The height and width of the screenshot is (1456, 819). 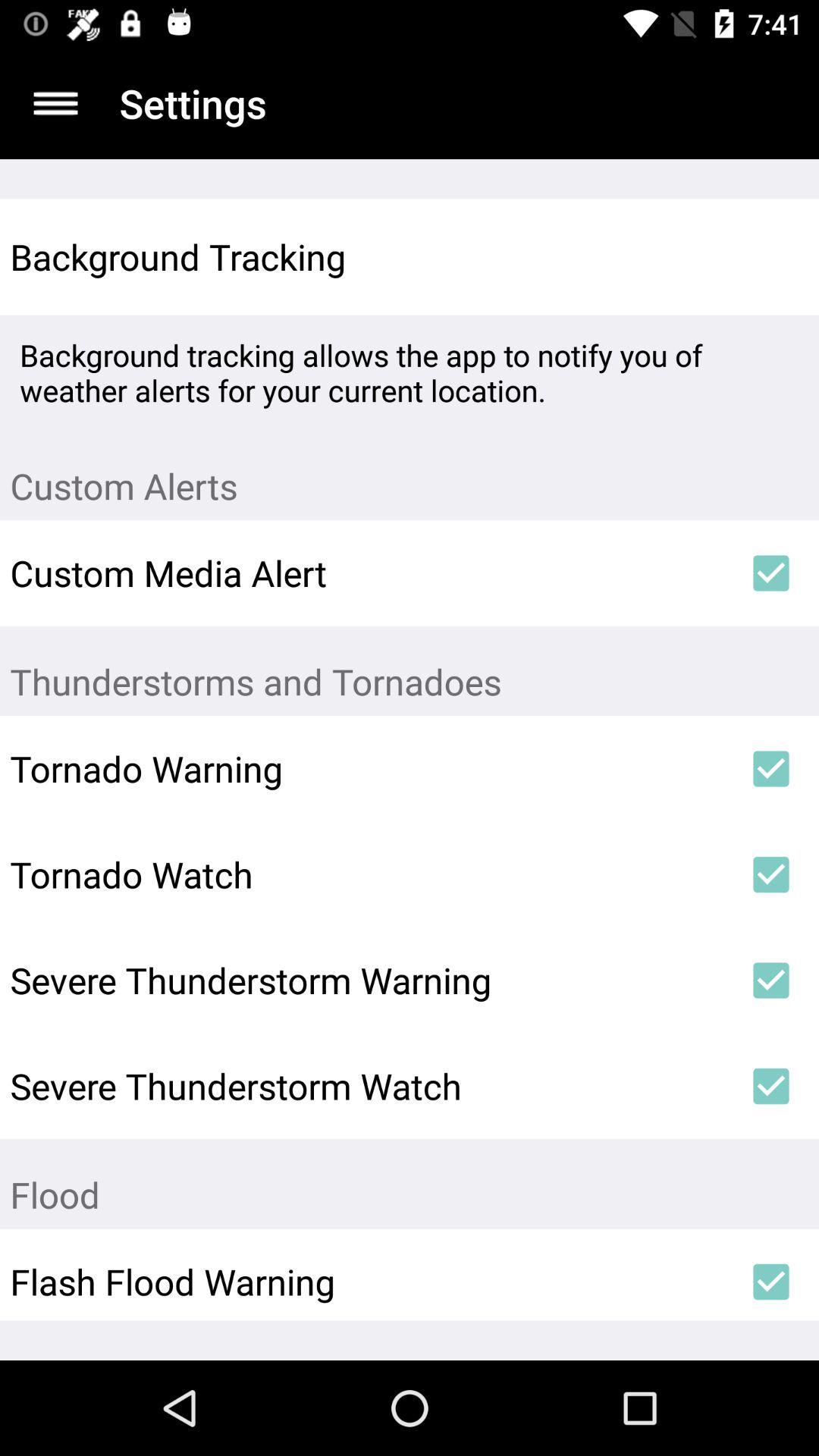 What do you see at coordinates (55, 102) in the screenshot?
I see `the menu icon` at bounding box center [55, 102].